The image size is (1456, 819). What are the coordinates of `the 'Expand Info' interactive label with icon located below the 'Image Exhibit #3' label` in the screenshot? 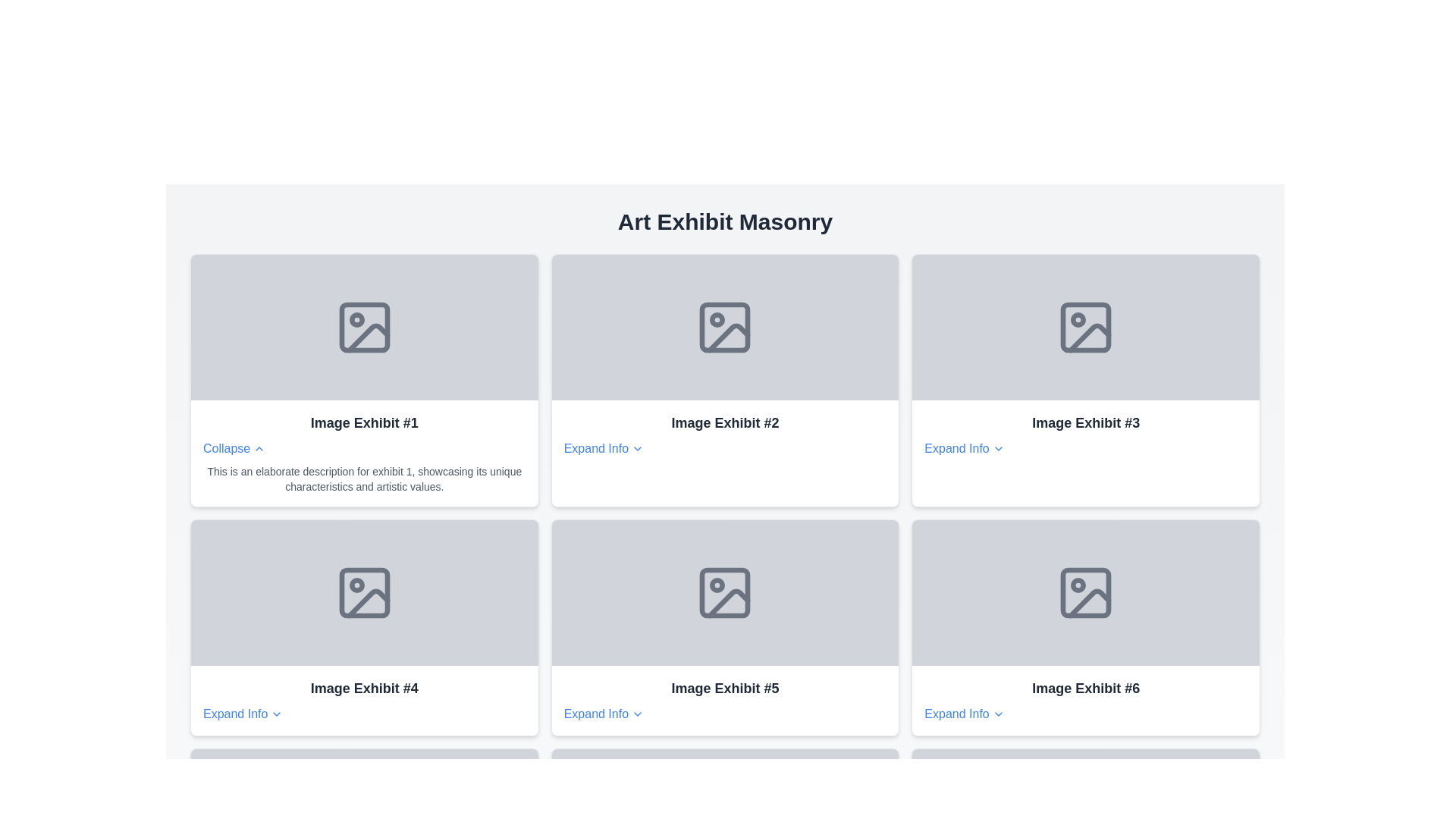 It's located at (964, 447).